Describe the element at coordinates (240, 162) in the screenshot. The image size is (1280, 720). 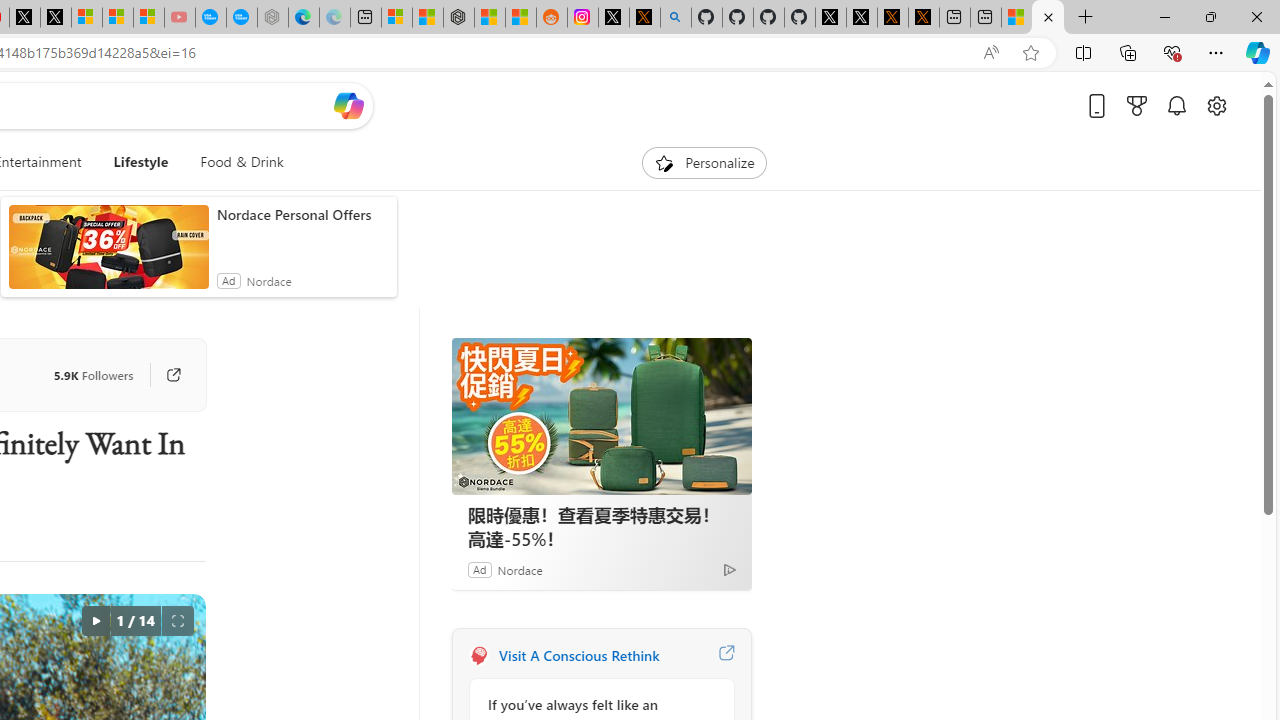
I see `'Food & Drink'` at that location.